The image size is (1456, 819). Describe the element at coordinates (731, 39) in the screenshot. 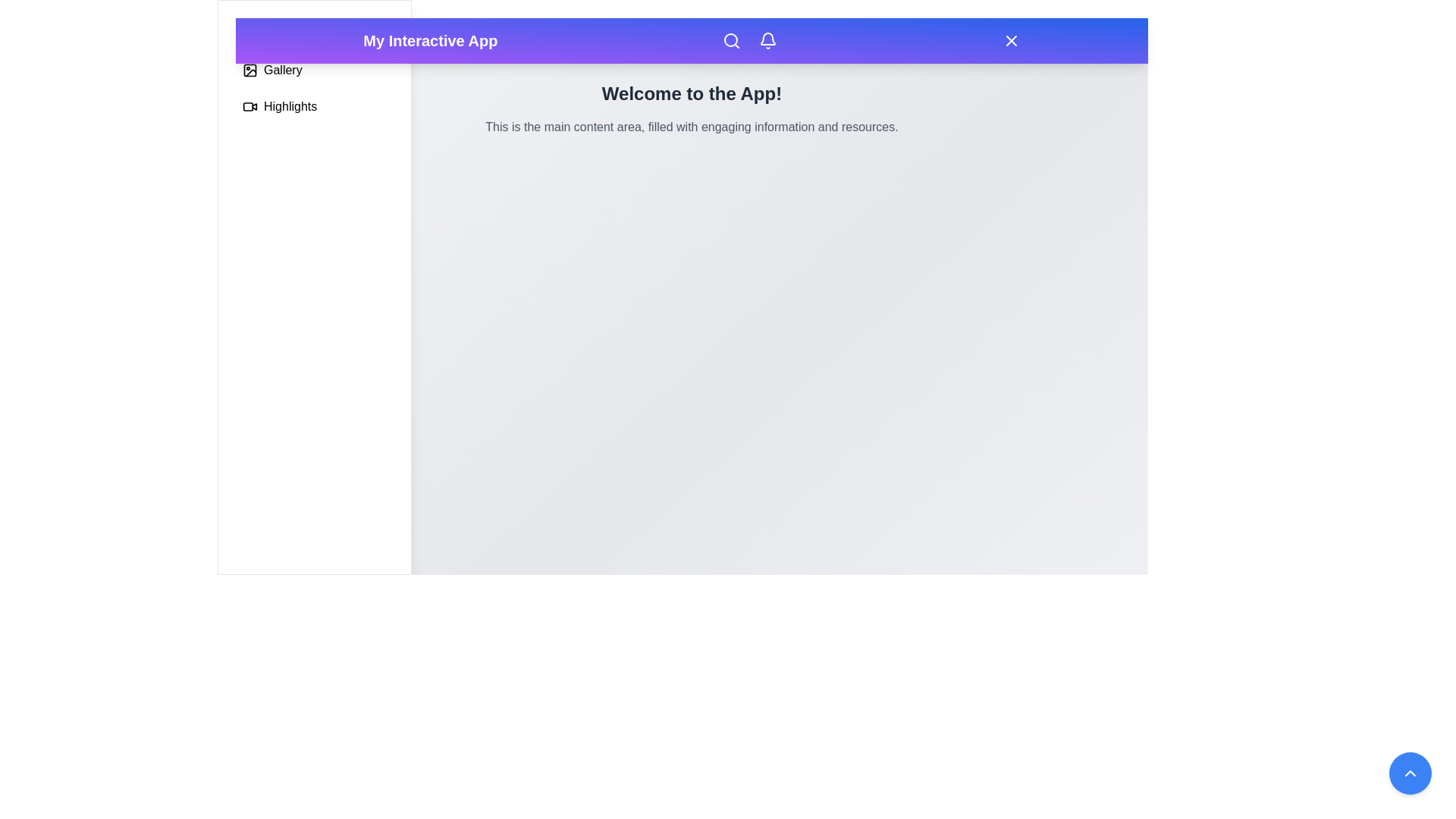

I see `the circular portion of the magnifying glass icon located in the top navigation bar, situated between a logo and other icons` at that location.